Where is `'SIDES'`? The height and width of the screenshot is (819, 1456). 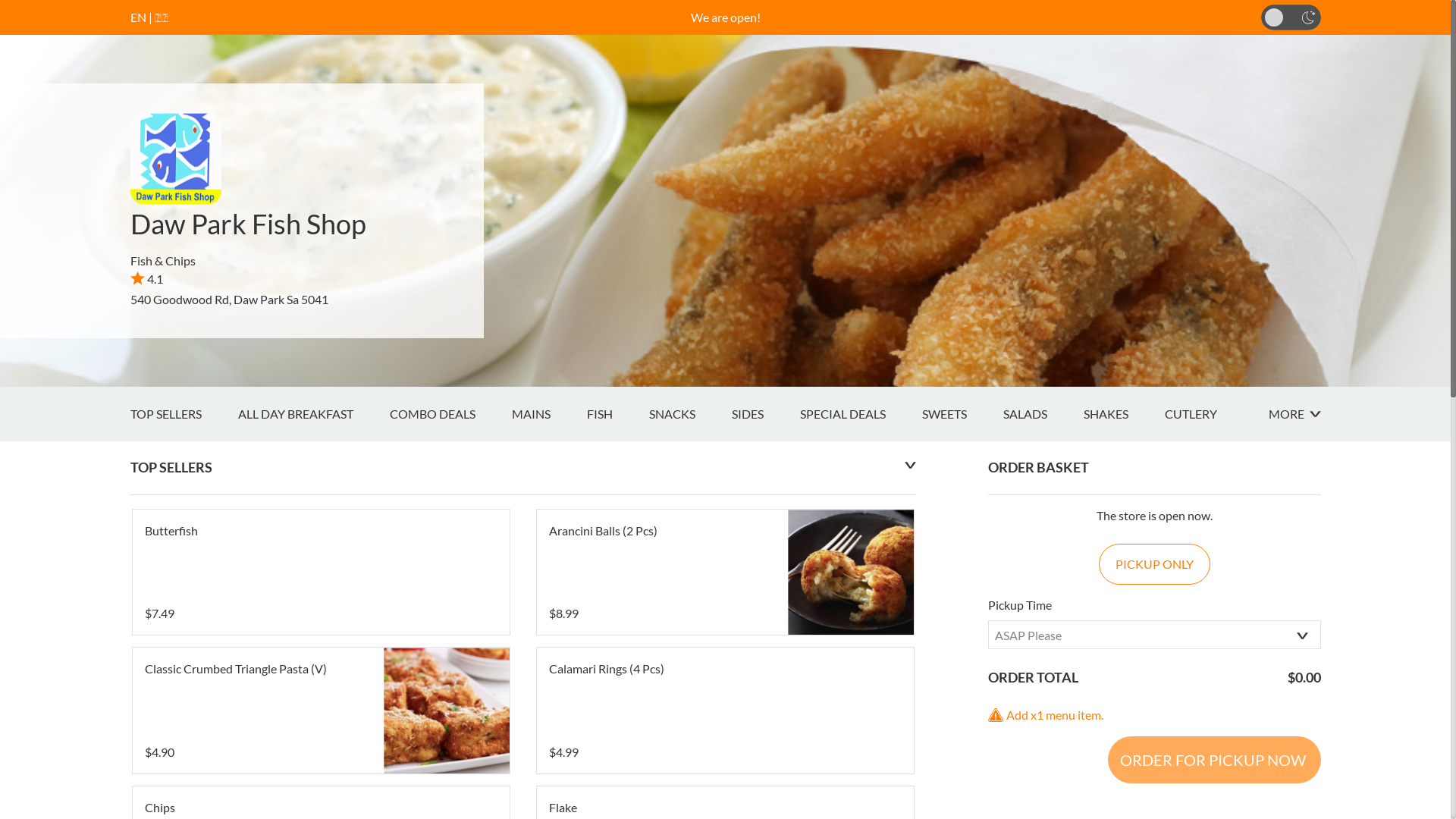 'SIDES' is located at coordinates (764, 414).